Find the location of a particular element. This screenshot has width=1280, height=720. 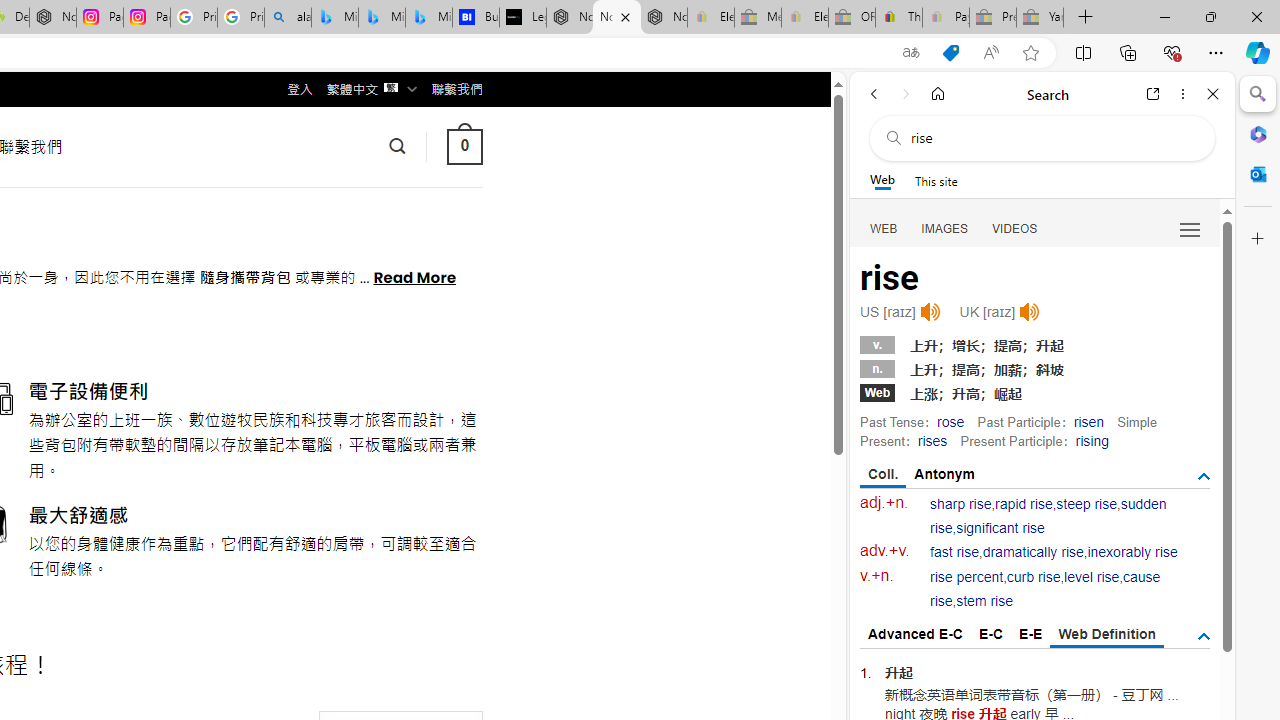

'stem rise' is located at coordinates (984, 600).